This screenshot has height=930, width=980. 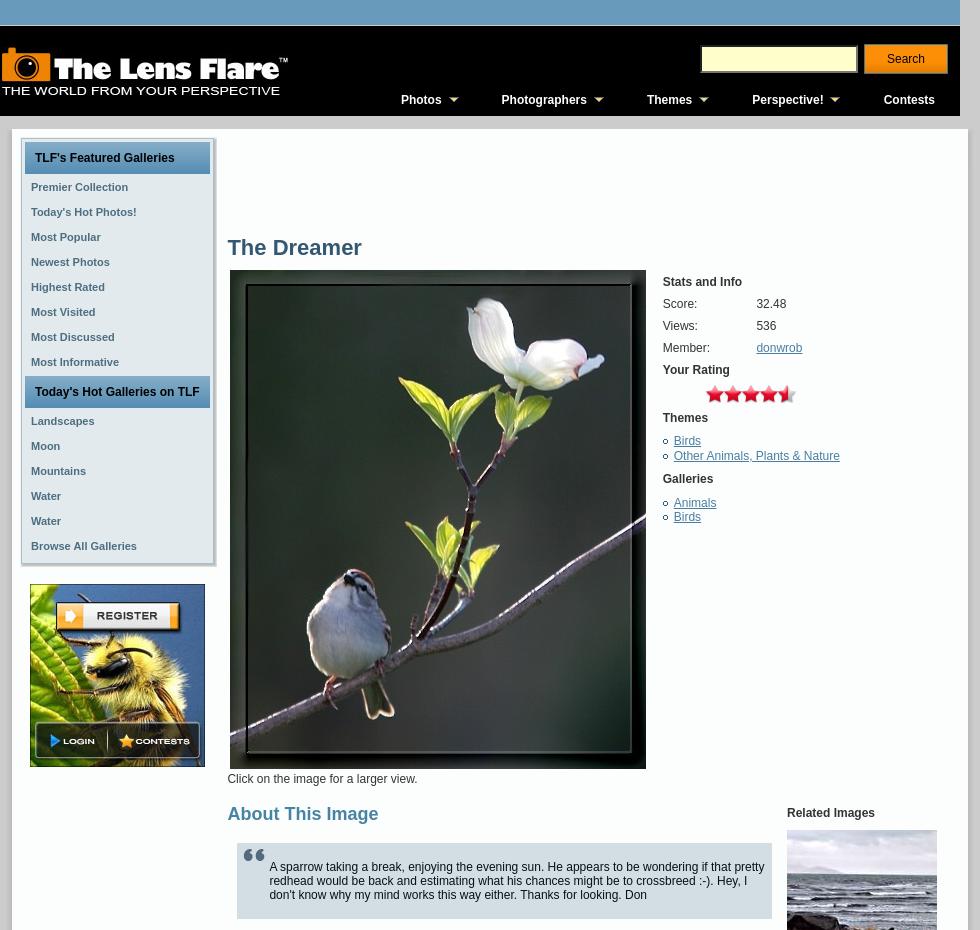 What do you see at coordinates (770, 304) in the screenshot?
I see `'32.48'` at bounding box center [770, 304].